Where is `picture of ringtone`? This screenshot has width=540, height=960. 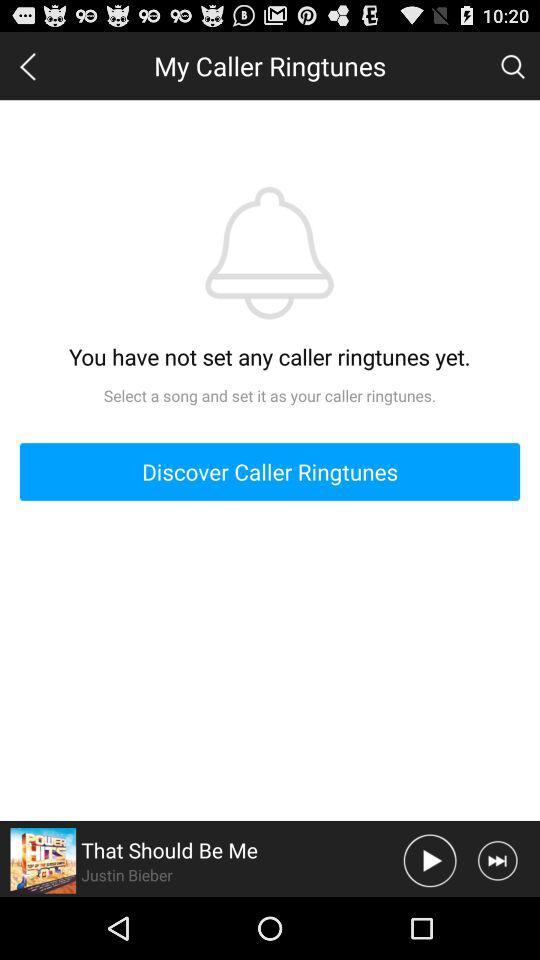
picture of ringtone is located at coordinates (43, 859).